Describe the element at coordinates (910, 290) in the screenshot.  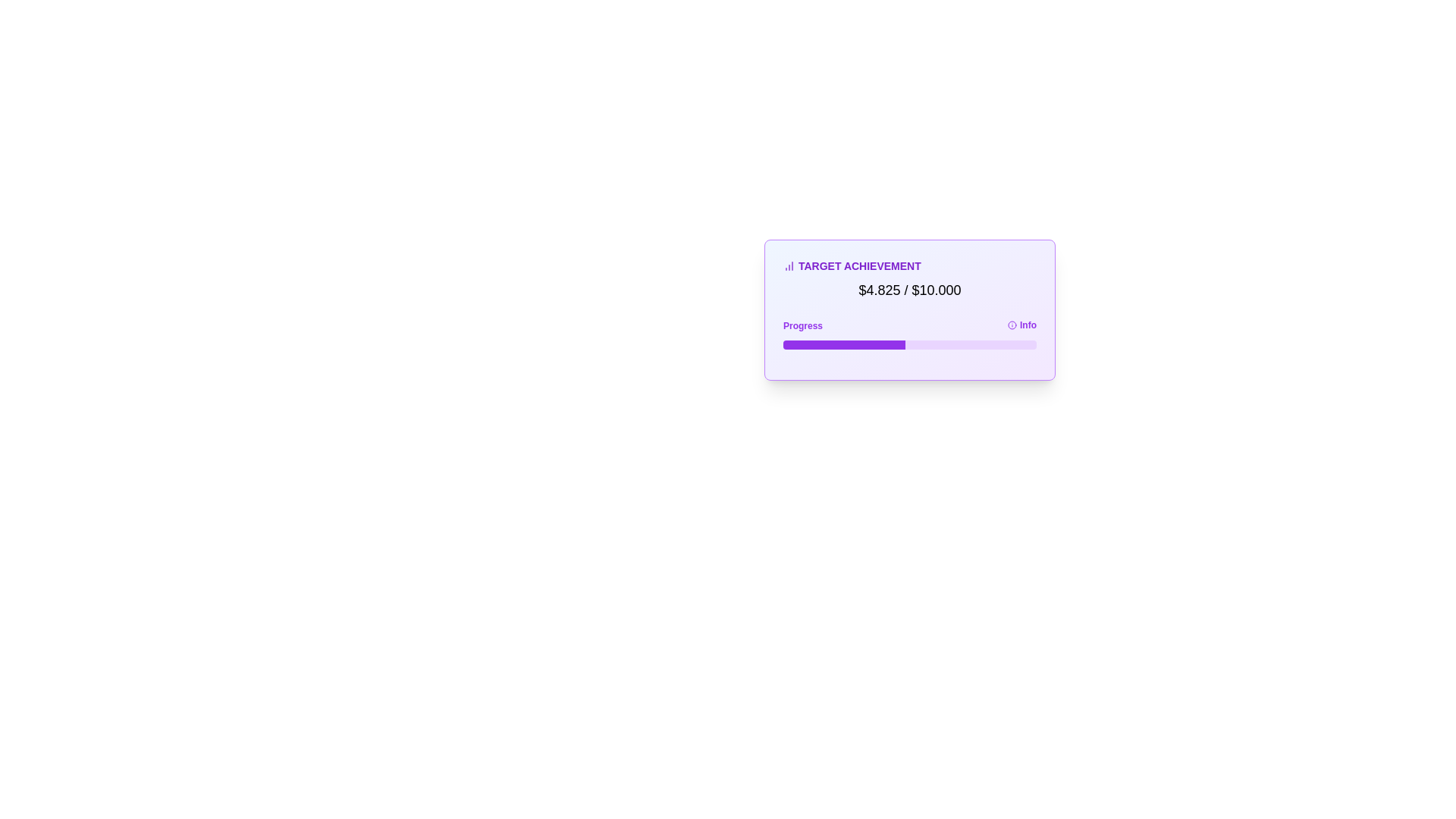
I see `the Text label that displays the current progress against the target value, formatted as "$4.825 / $10.000", which is centrally positioned below the 'Target Achievement' title and above the 'Progress Info' progress bar` at that location.